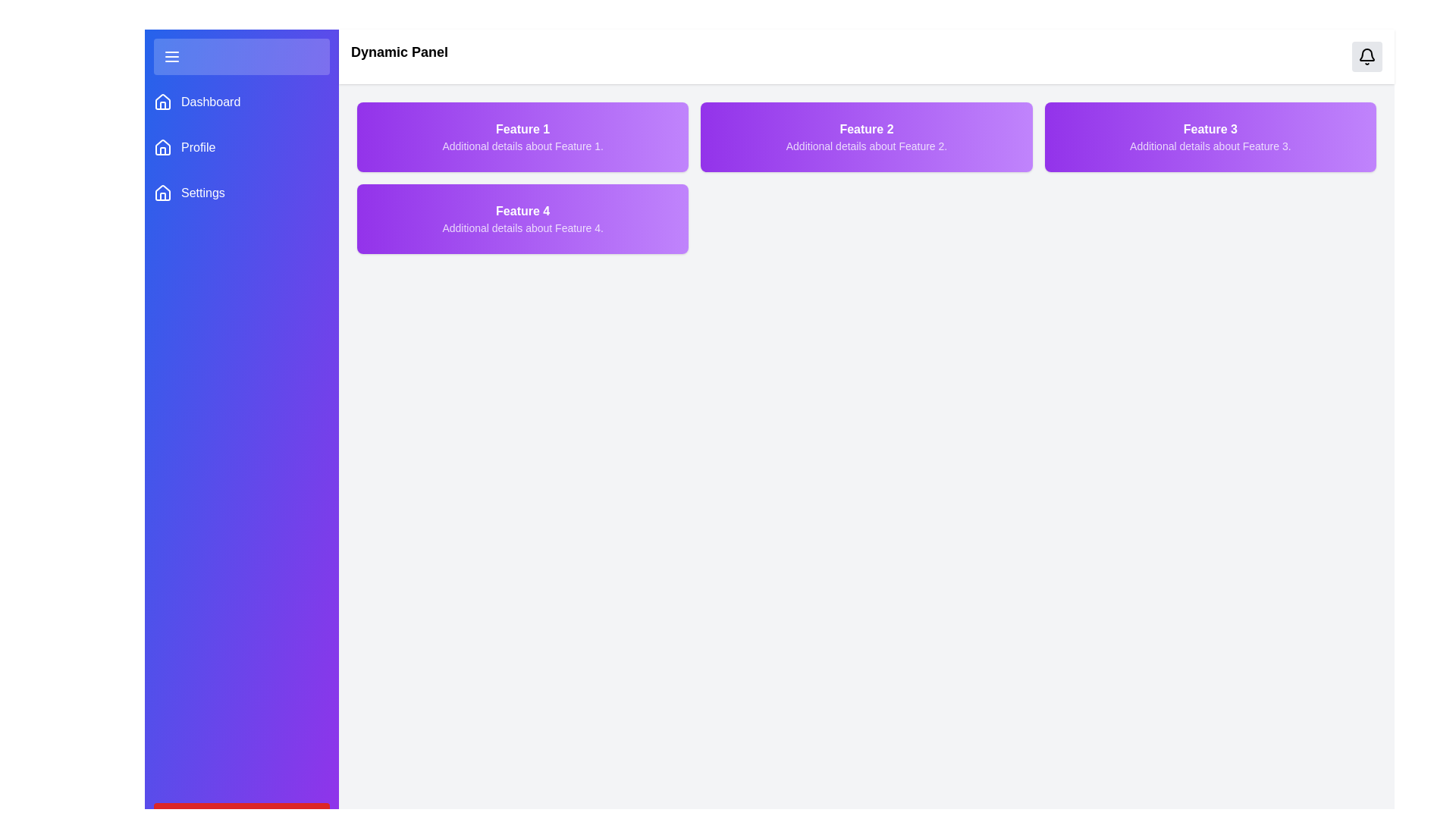  I want to click on the static text header at the top center of the interface, indicating the current section or context, so click(400, 55).